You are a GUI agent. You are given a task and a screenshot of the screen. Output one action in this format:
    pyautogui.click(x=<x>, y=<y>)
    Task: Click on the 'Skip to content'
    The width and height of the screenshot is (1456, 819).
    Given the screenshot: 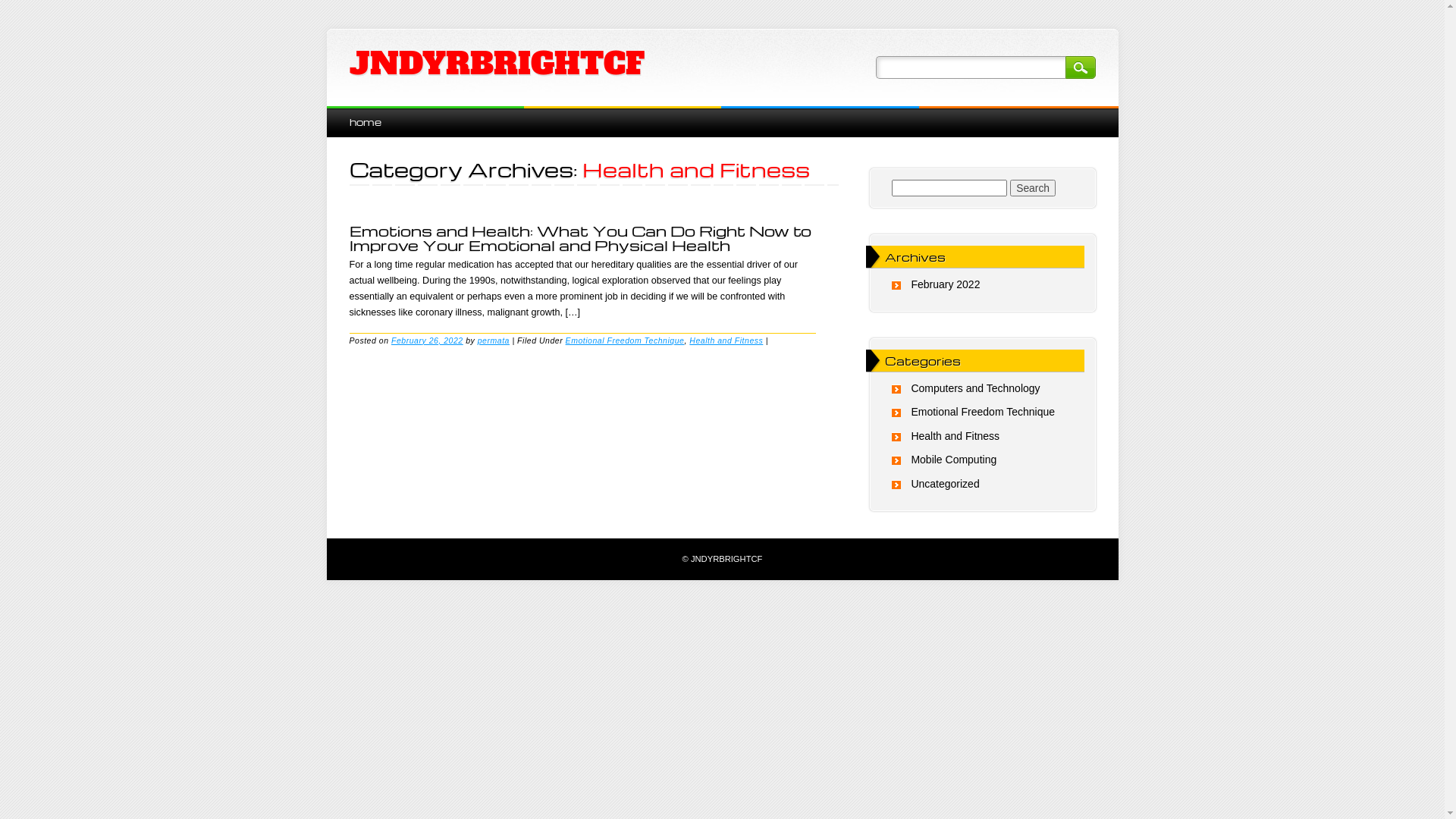 What is the action you would take?
    pyautogui.click(x=360, y=113)
    